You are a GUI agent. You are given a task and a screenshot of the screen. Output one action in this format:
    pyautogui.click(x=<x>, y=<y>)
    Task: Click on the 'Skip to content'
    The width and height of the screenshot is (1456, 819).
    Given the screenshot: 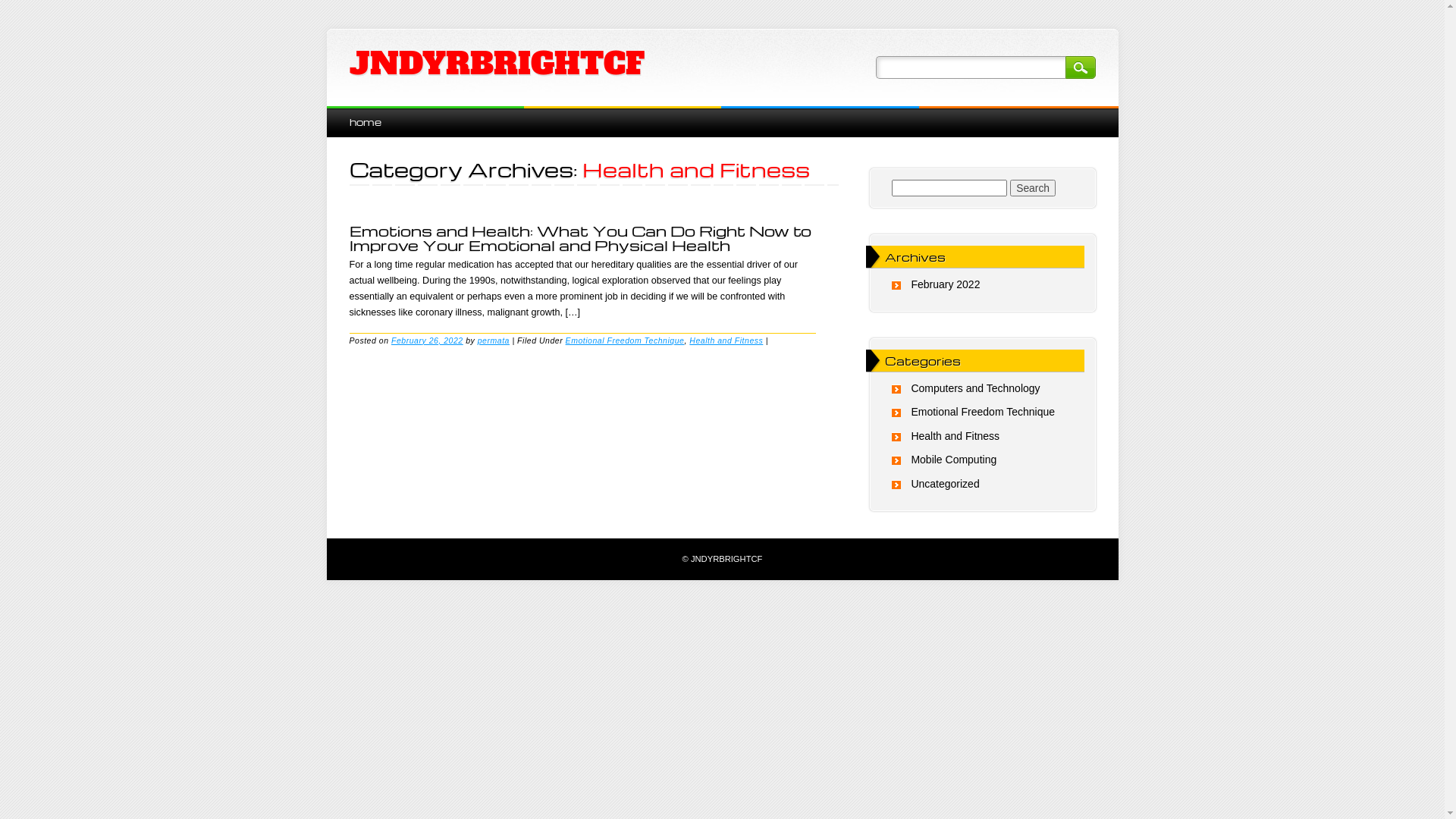 What is the action you would take?
    pyautogui.click(x=360, y=113)
    